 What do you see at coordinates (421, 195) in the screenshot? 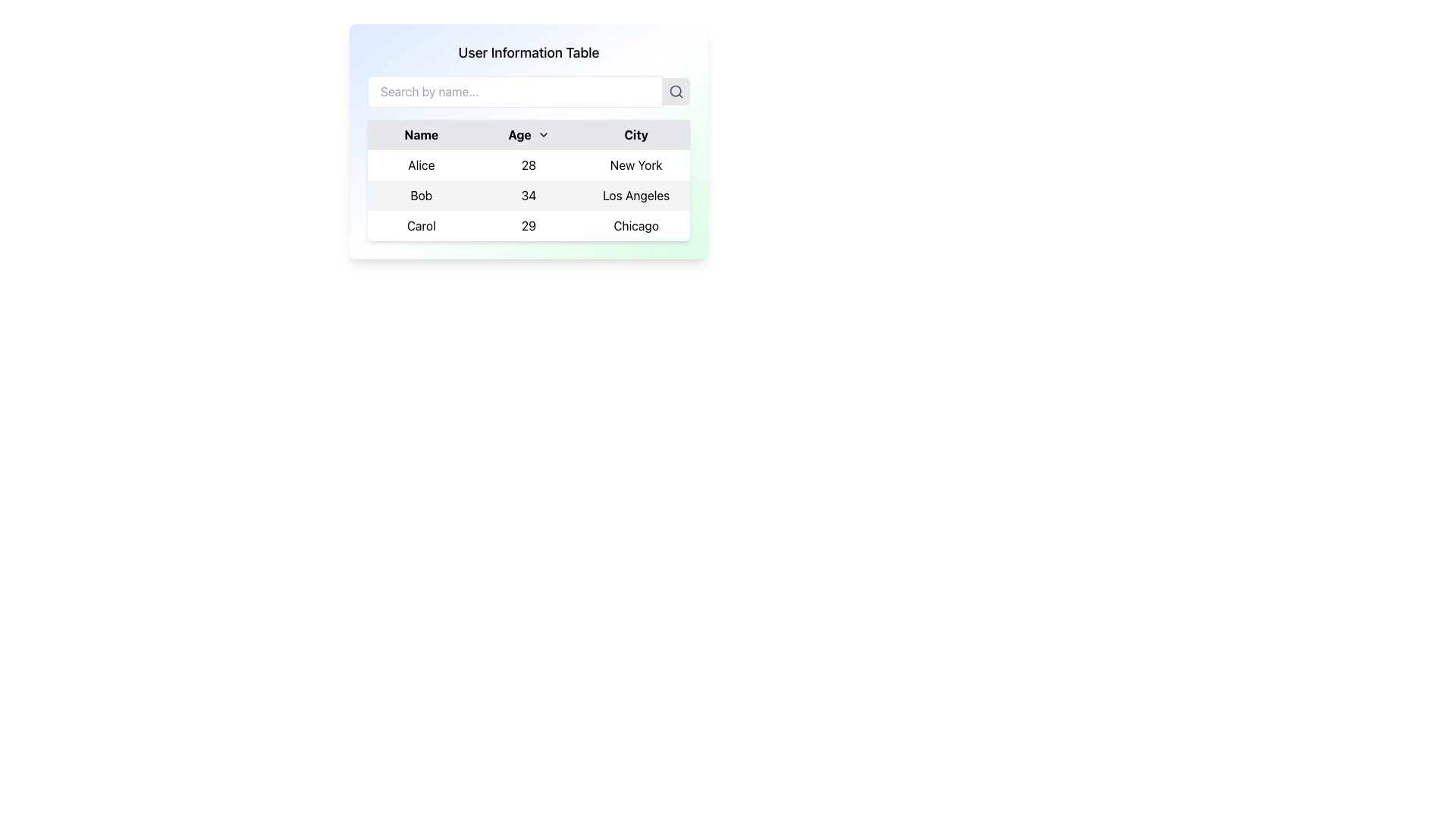
I see `the Text Cell containing the text 'Bob' in the 'Name' column of the table, located in the second row, first column` at bounding box center [421, 195].